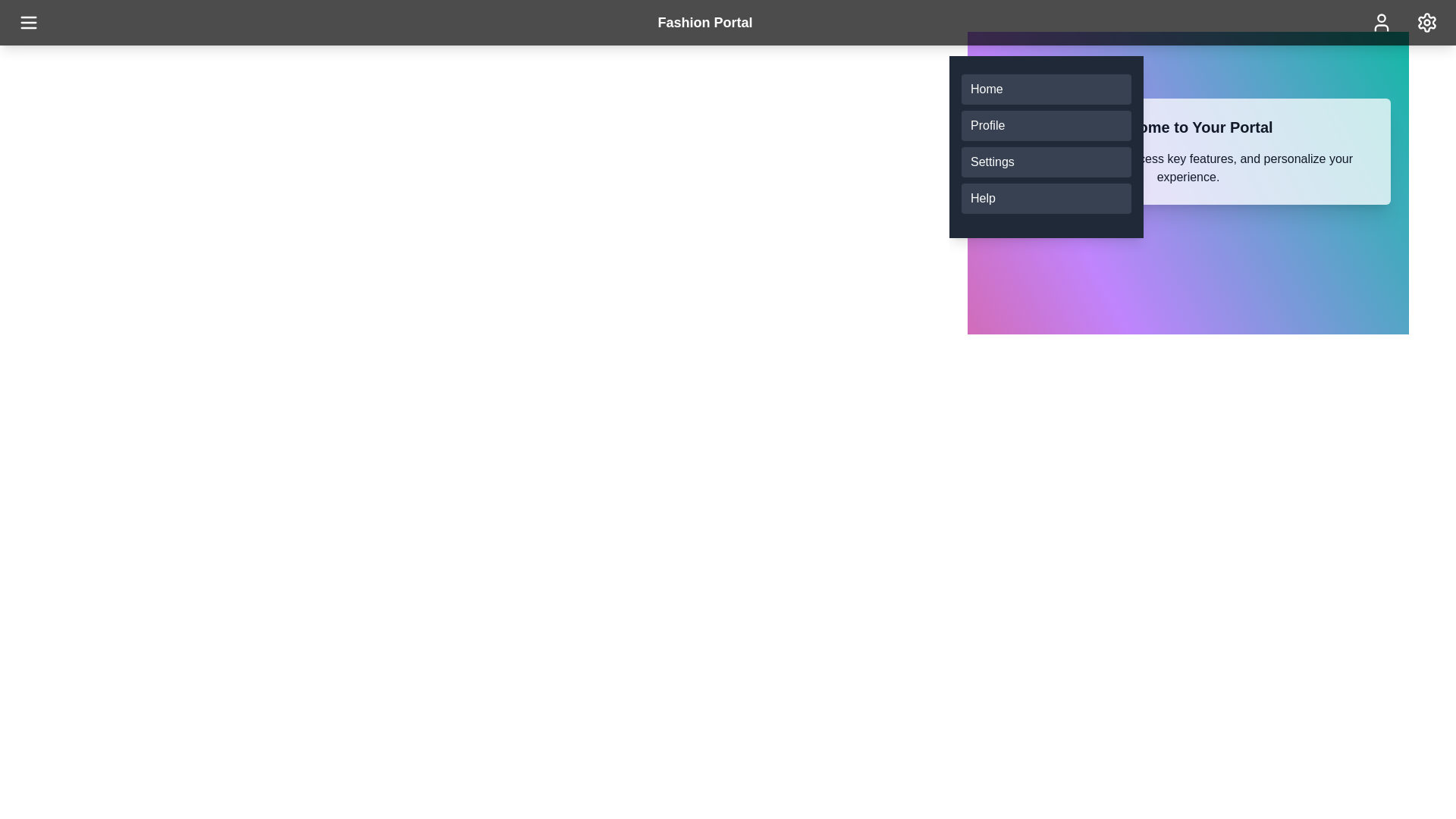 The image size is (1456, 819). I want to click on the main header text 'Fashion Portal' to explore it, so click(704, 23).